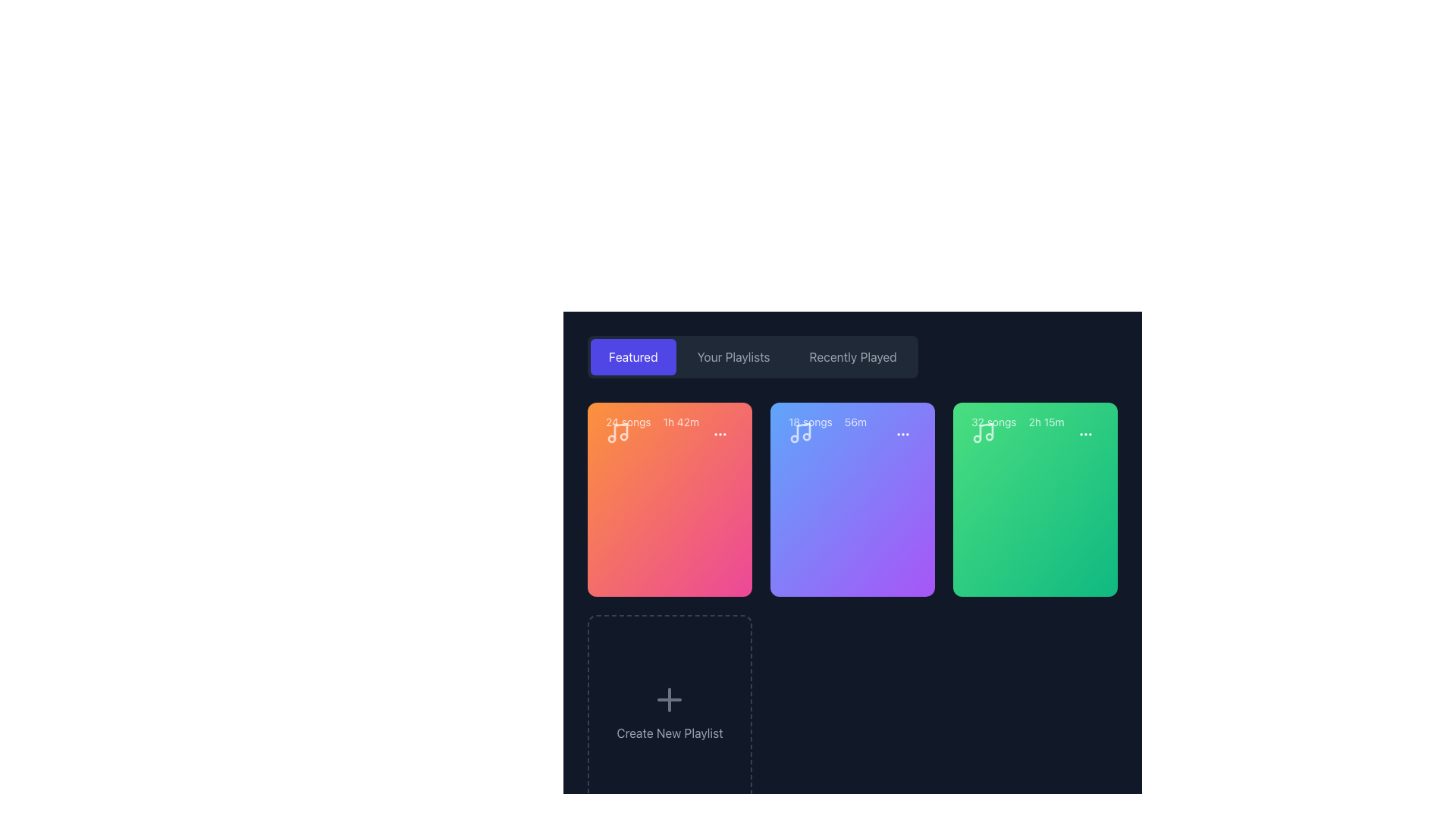  I want to click on the static text displaying '18 songs.' that is located at the upper-left side of the purple gradient card within the second card of featured playlists, so click(809, 422).